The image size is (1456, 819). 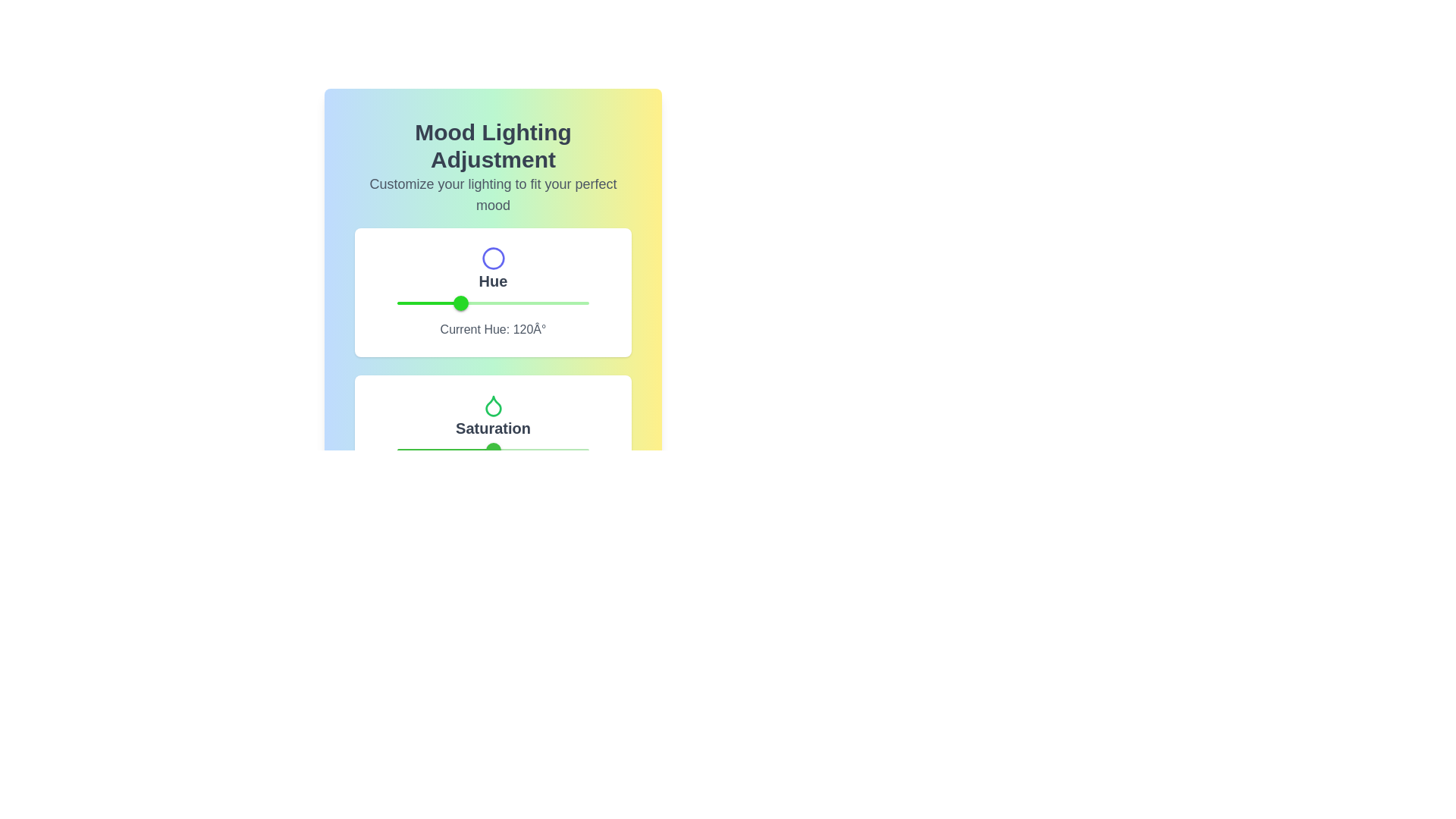 What do you see at coordinates (449, 303) in the screenshot?
I see `the hue` at bounding box center [449, 303].